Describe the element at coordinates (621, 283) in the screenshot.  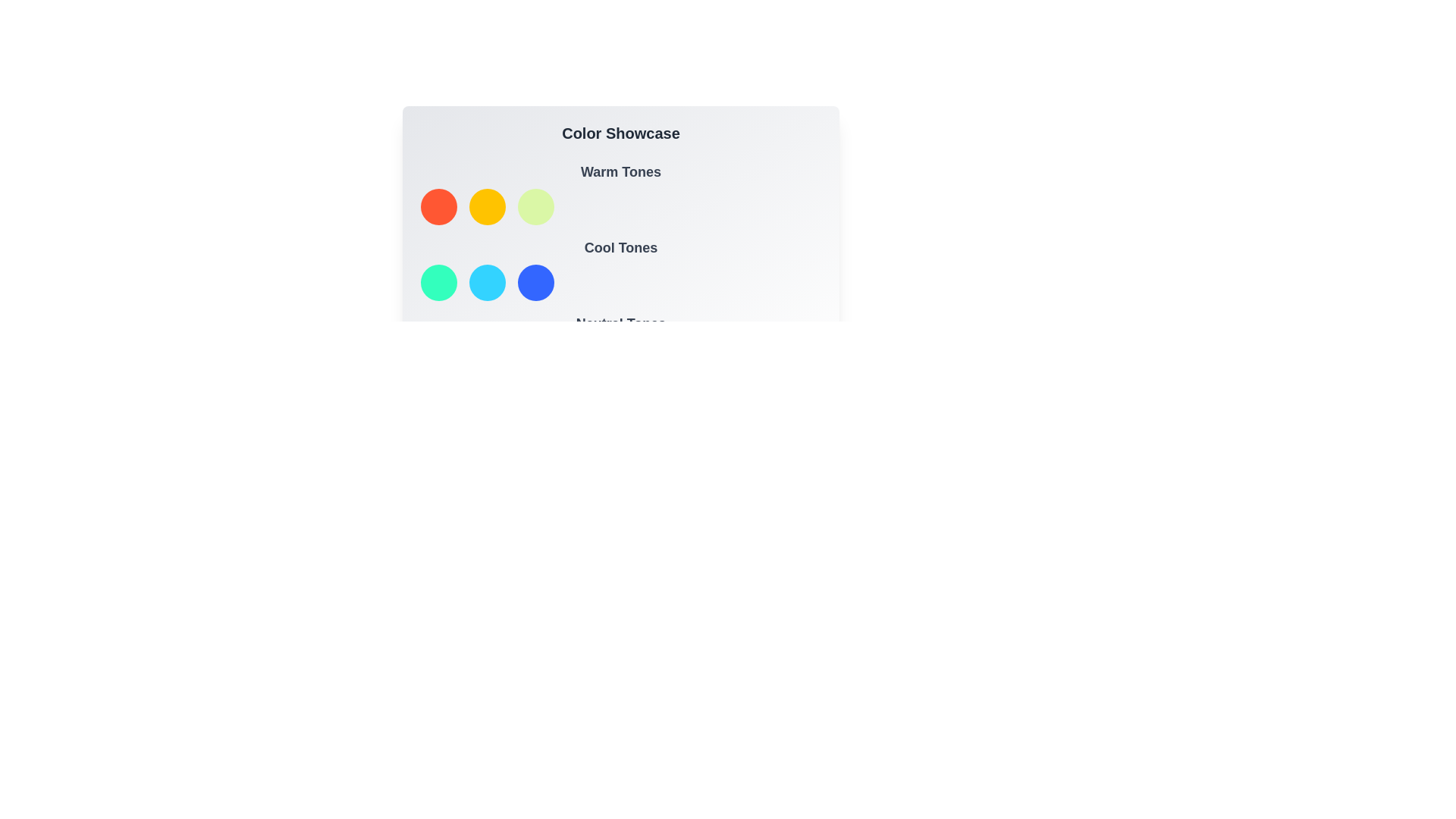
I see `the green circle from the color options under the 'Cool Tones' label, which consists of three circular components arranged horizontally` at that location.